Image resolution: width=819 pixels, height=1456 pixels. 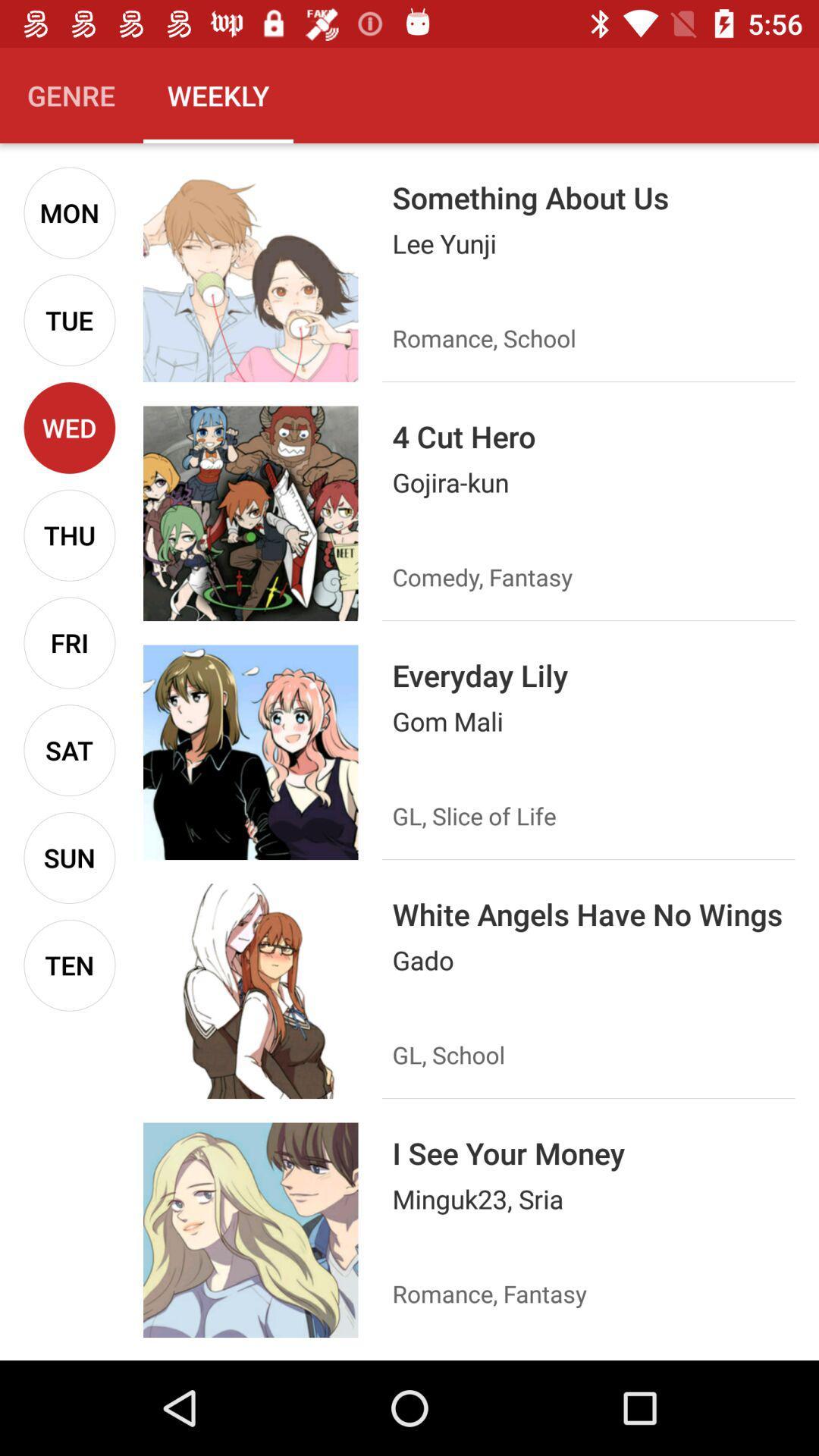 I want to click on tue icon, so click(x=69, y=319).